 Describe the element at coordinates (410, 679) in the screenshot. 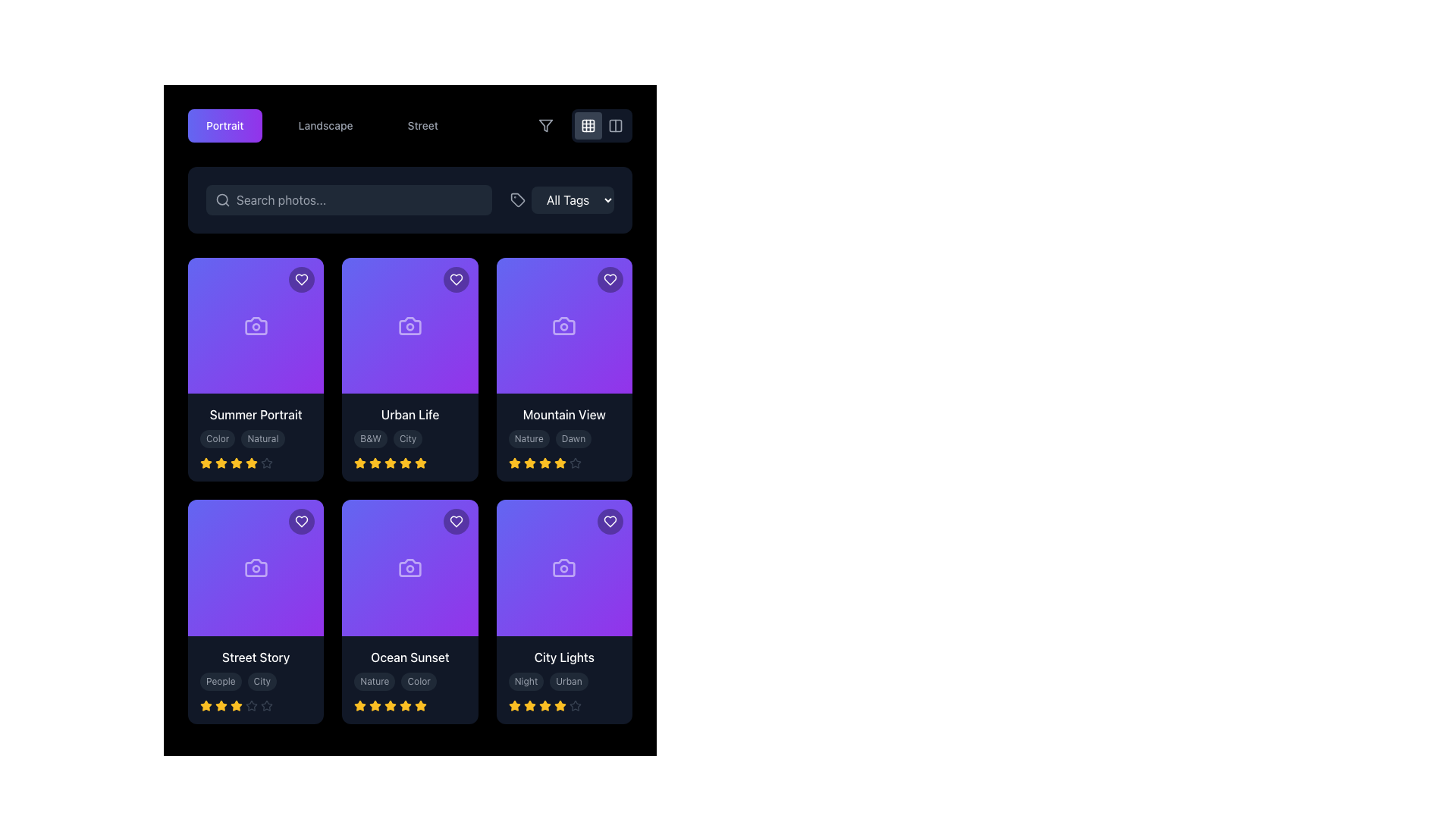

I see `the 'Color' tag, which is a small rounded rectangle with a dark background and light text, located below the title 'Ocean Sunset' in the card UI` at that location.